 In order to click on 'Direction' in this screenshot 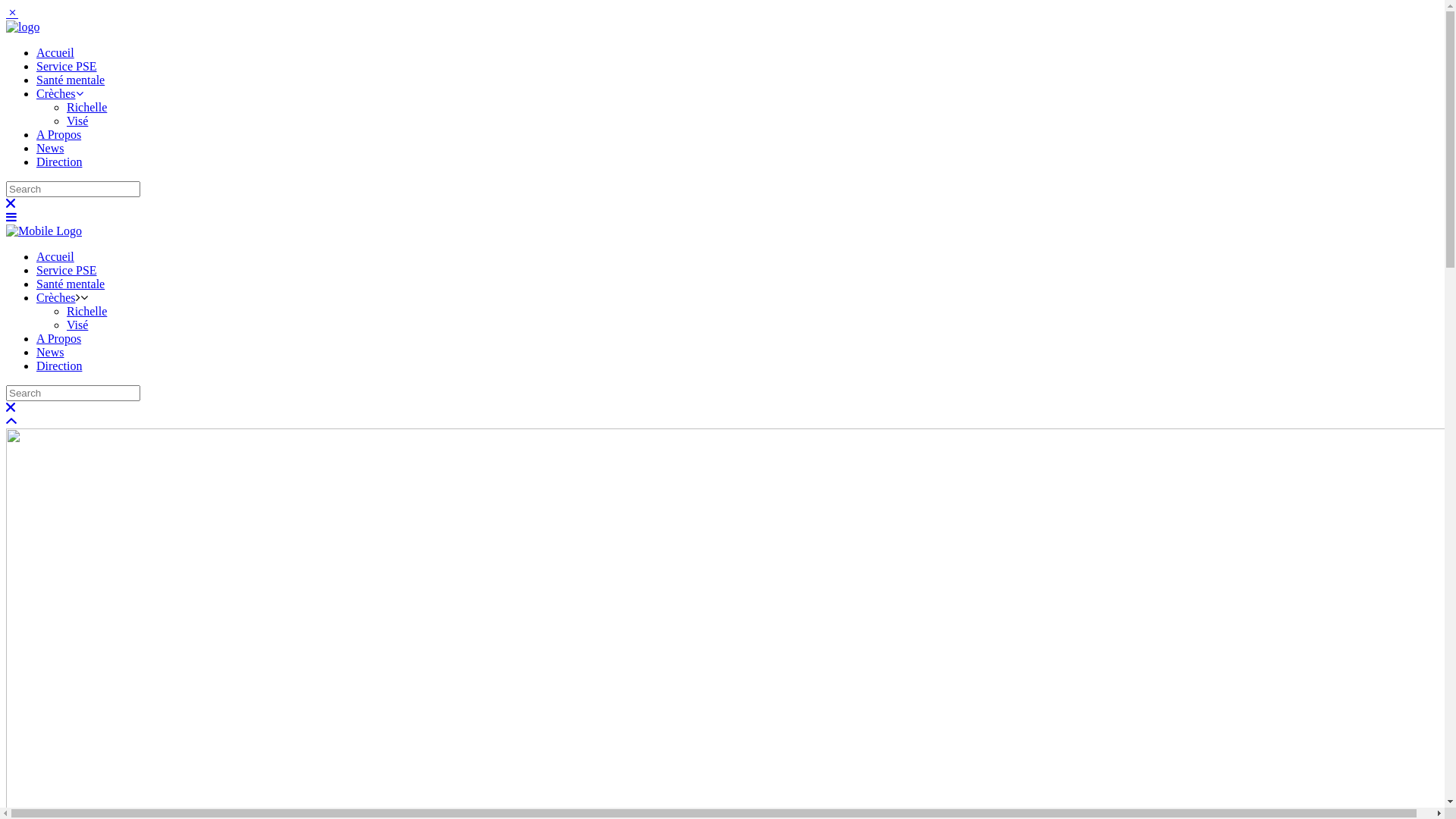, I will do `click(36, 366)`.